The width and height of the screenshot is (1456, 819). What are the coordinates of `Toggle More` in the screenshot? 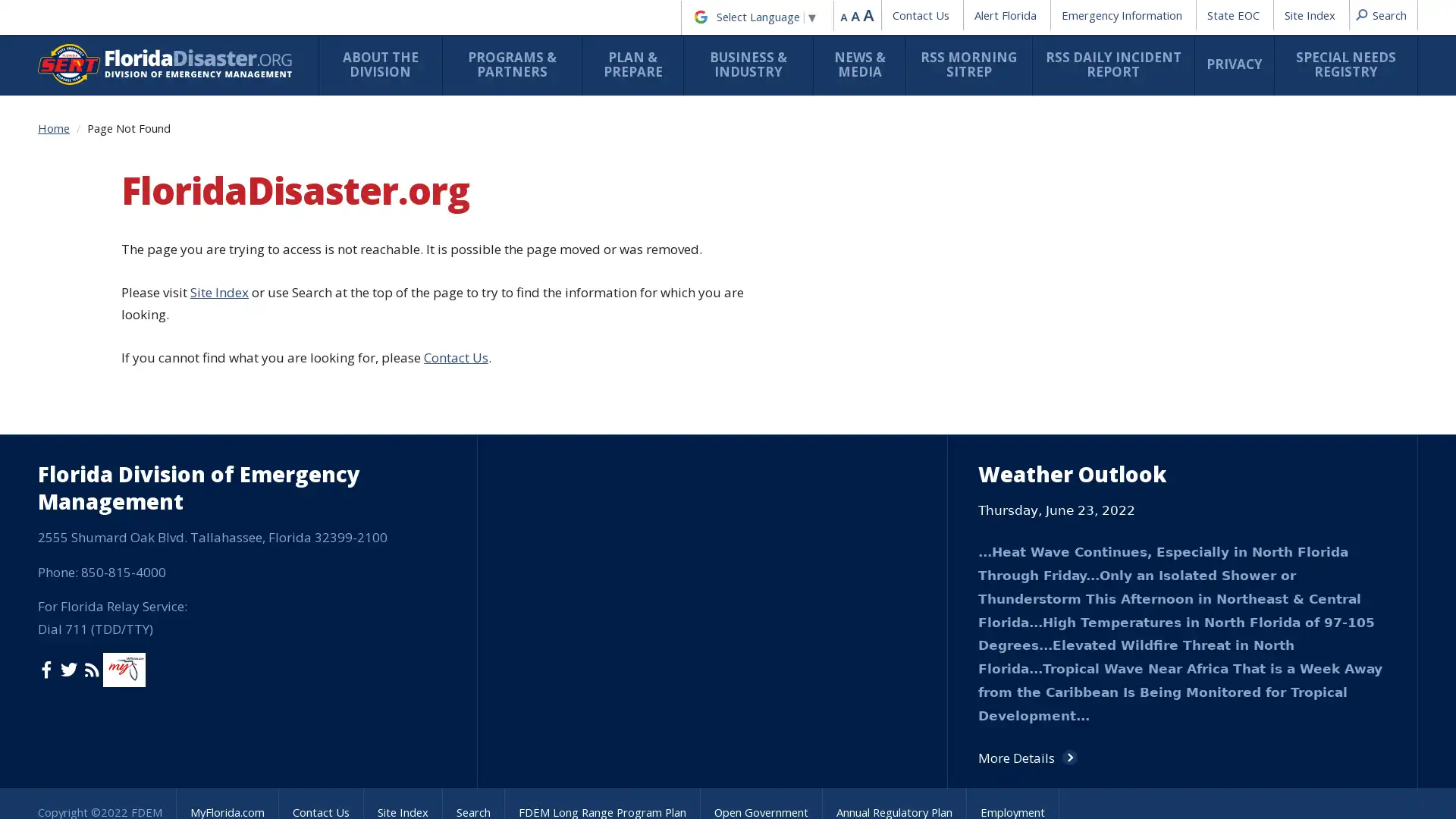 It's located at (607, 520).